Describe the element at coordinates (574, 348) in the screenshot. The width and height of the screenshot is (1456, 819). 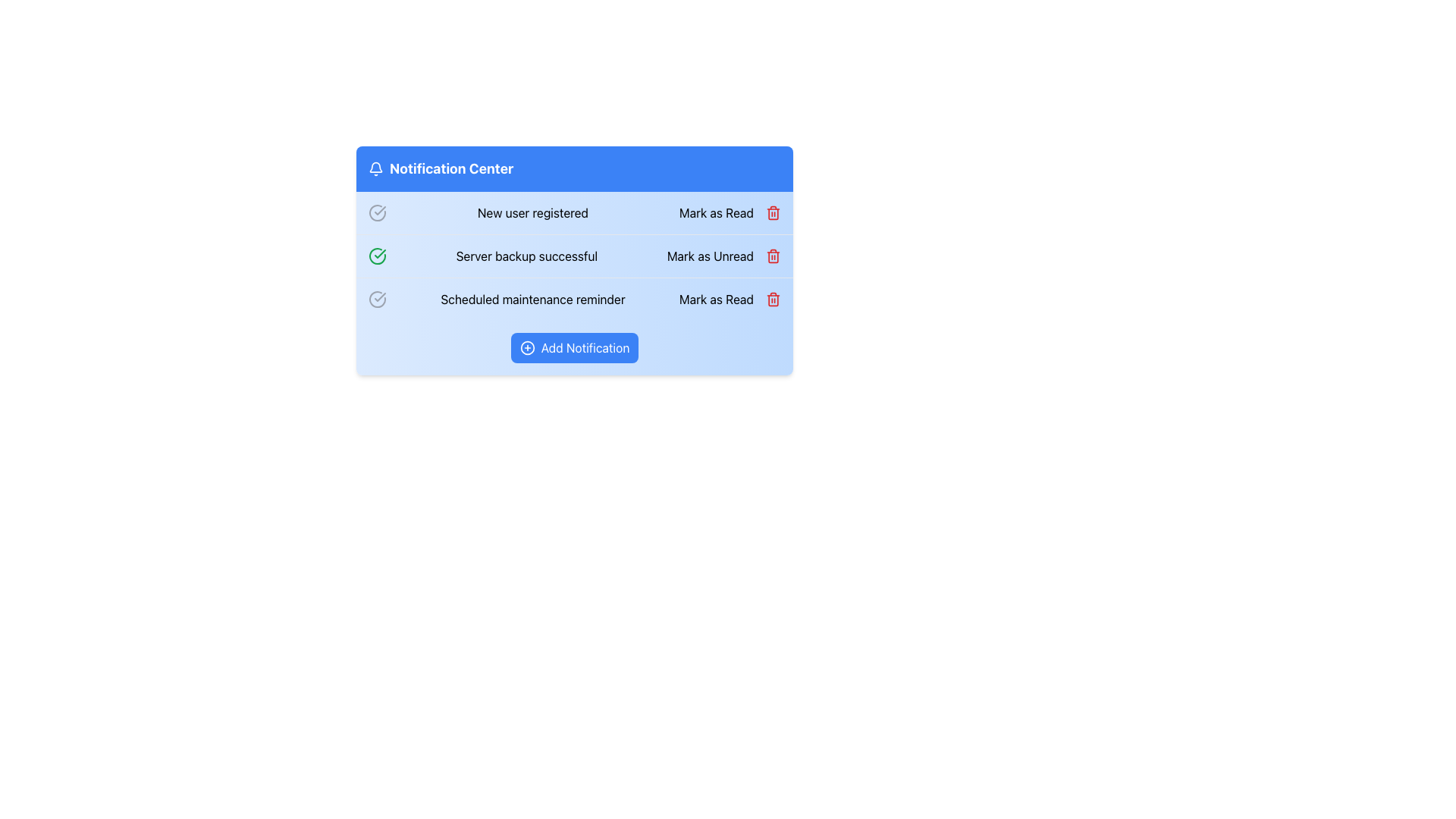
I see `the rounded blue button labeled 'Add Notification' that is located at the bottom center of the 'Notification Center' section` at that location.